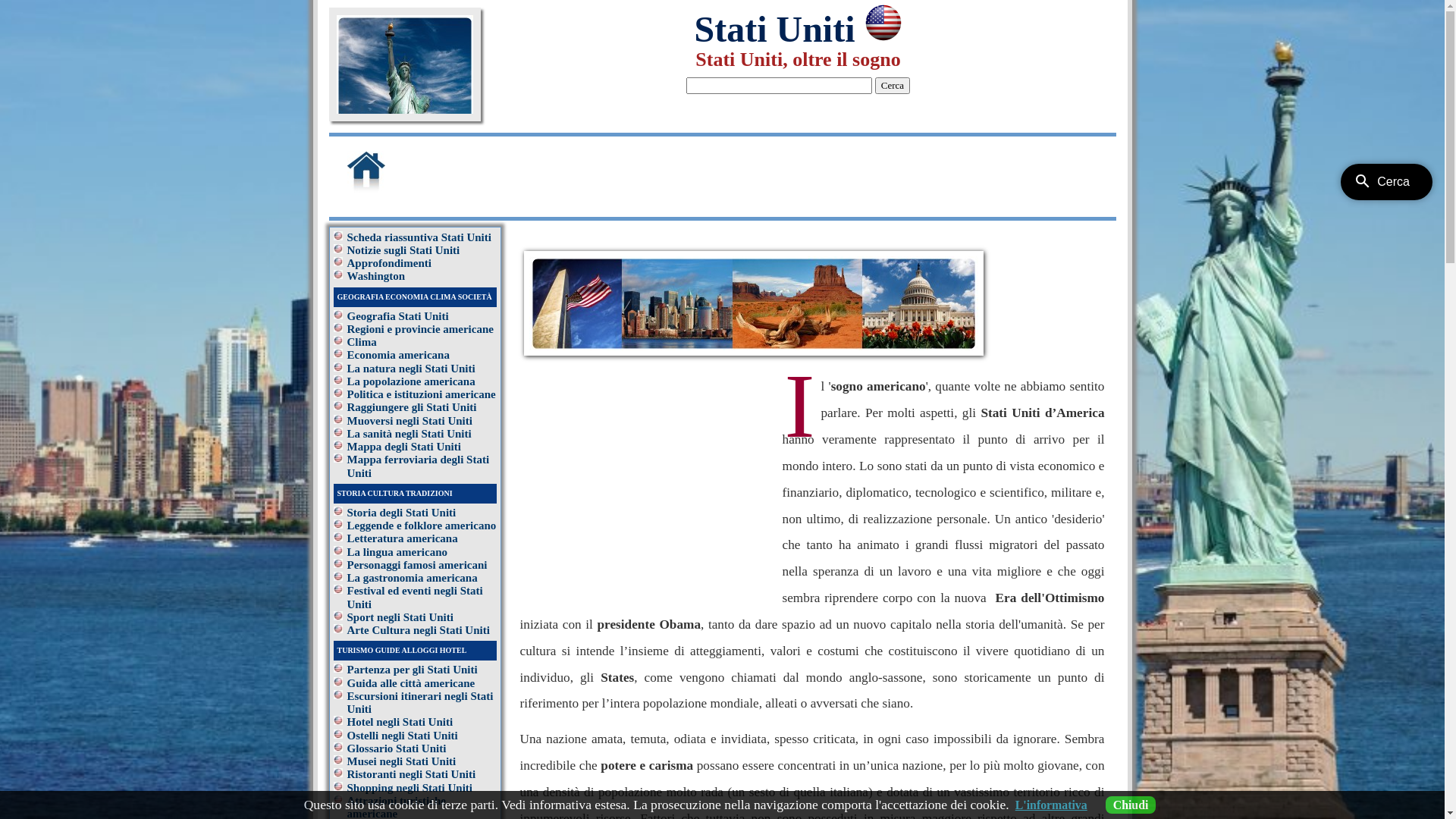 This screenshot has height=819, width=1456. Describe the element at coordinates (409, 420) in the screenshot. I see `'Muoversi negli Stati Uniti'` at that location.